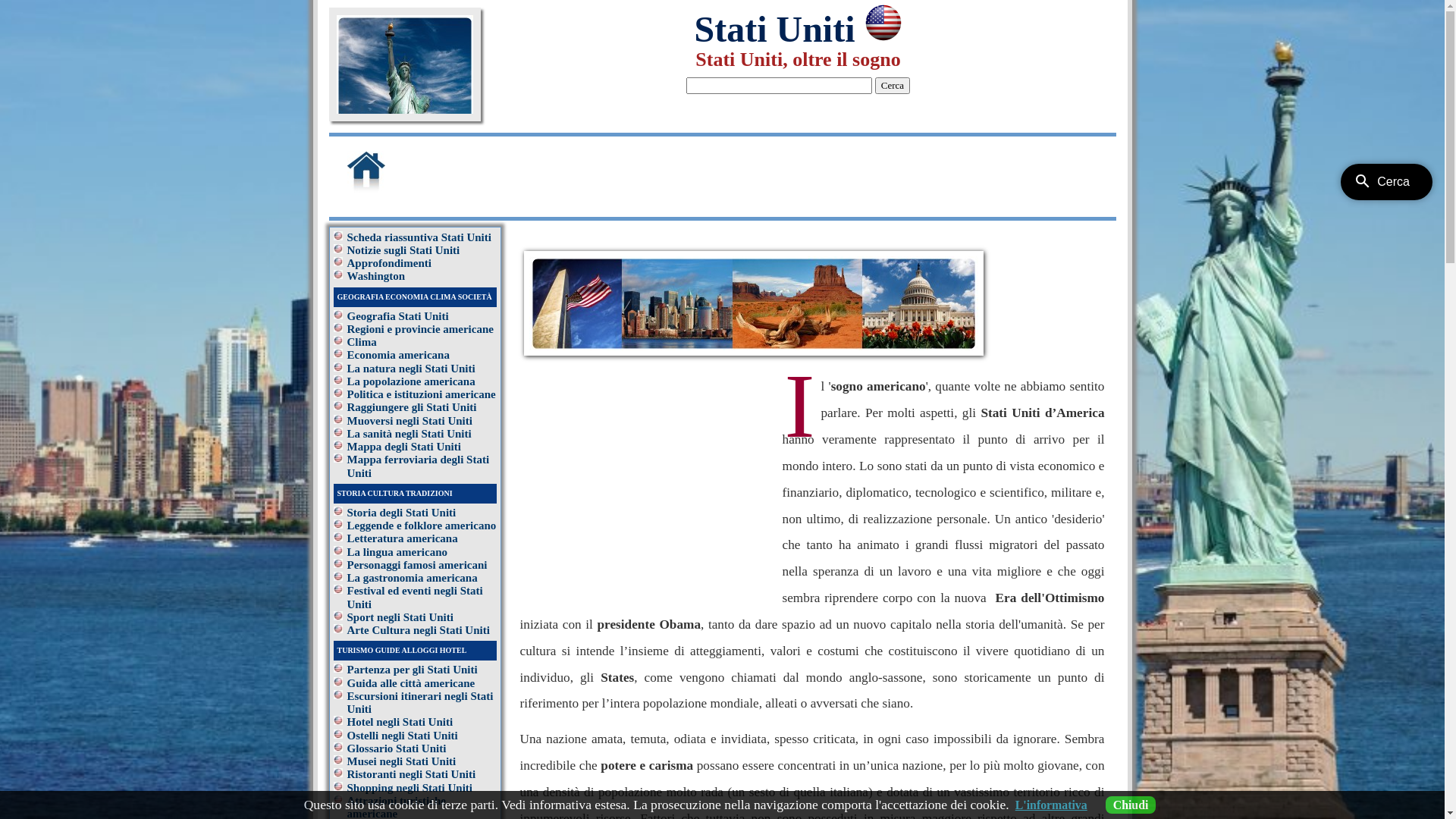 This screenshot has height=819, width=1456. Describe the element at coordinates (409, 420) in the screenshot. I see `'Muoversi negli Stati Uniti'` at that location.